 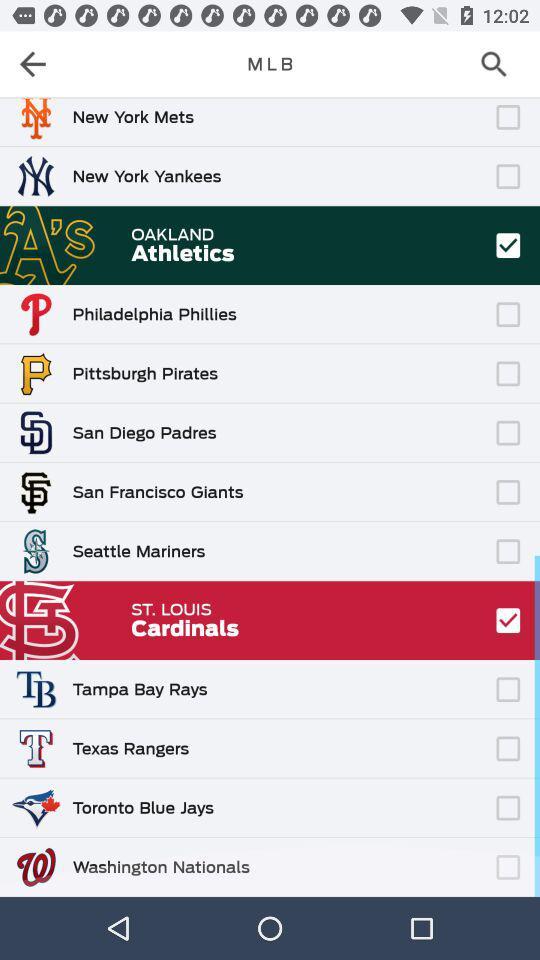 What do you see at coordinates (39, 64) in the screenshot?
I see `go back` at bounding box center [39, 64].